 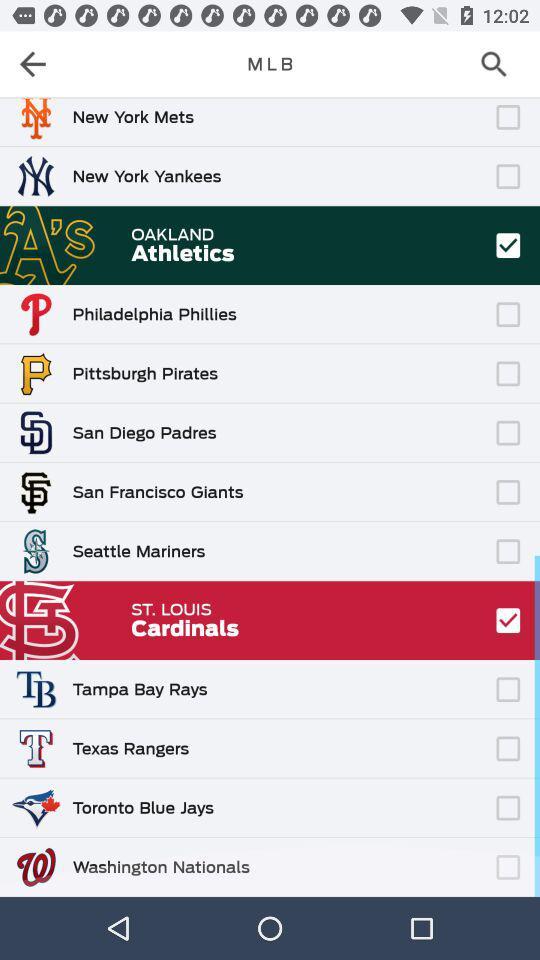 What do you see at coordinates (39, 64) in the screenshot?
I see `go back` at bounding box center [39, 64].